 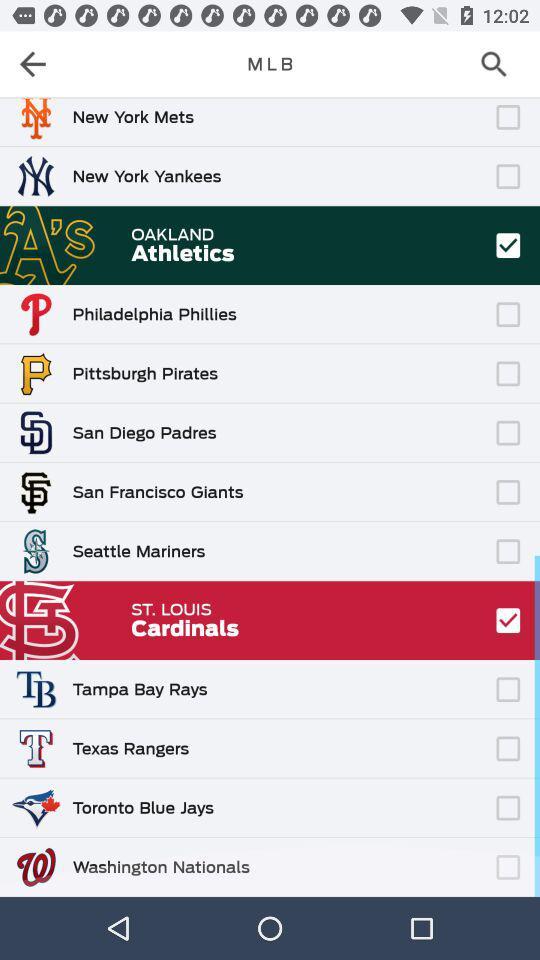 What do you see at coordinates (39, 64) in the screenshot?
I see `go back` at bounding box center [39, 64].